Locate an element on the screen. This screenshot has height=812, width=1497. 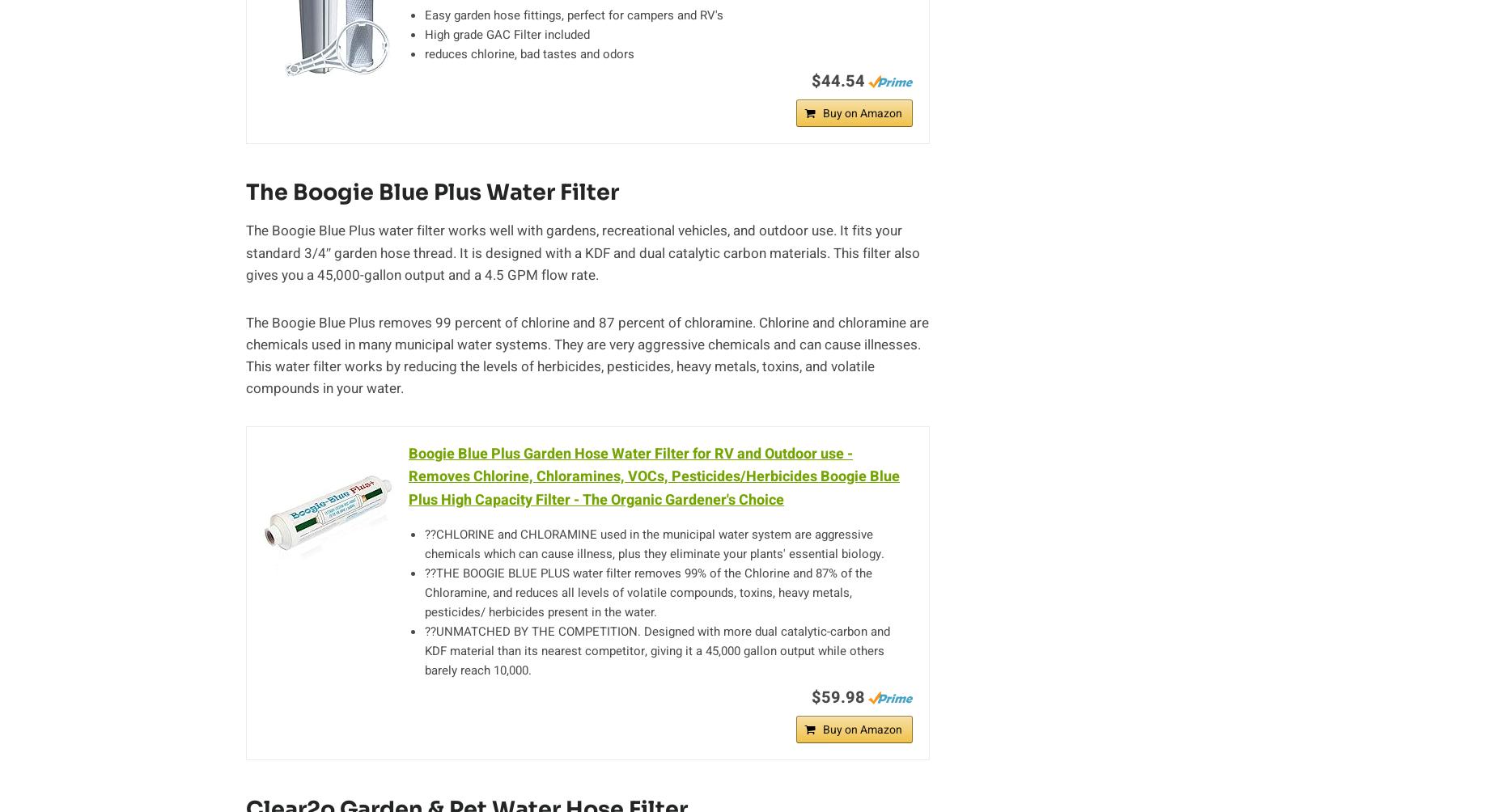
'Easy garden hose fittings, perfect for campers and RV's' is located at coordinates (574, 14).